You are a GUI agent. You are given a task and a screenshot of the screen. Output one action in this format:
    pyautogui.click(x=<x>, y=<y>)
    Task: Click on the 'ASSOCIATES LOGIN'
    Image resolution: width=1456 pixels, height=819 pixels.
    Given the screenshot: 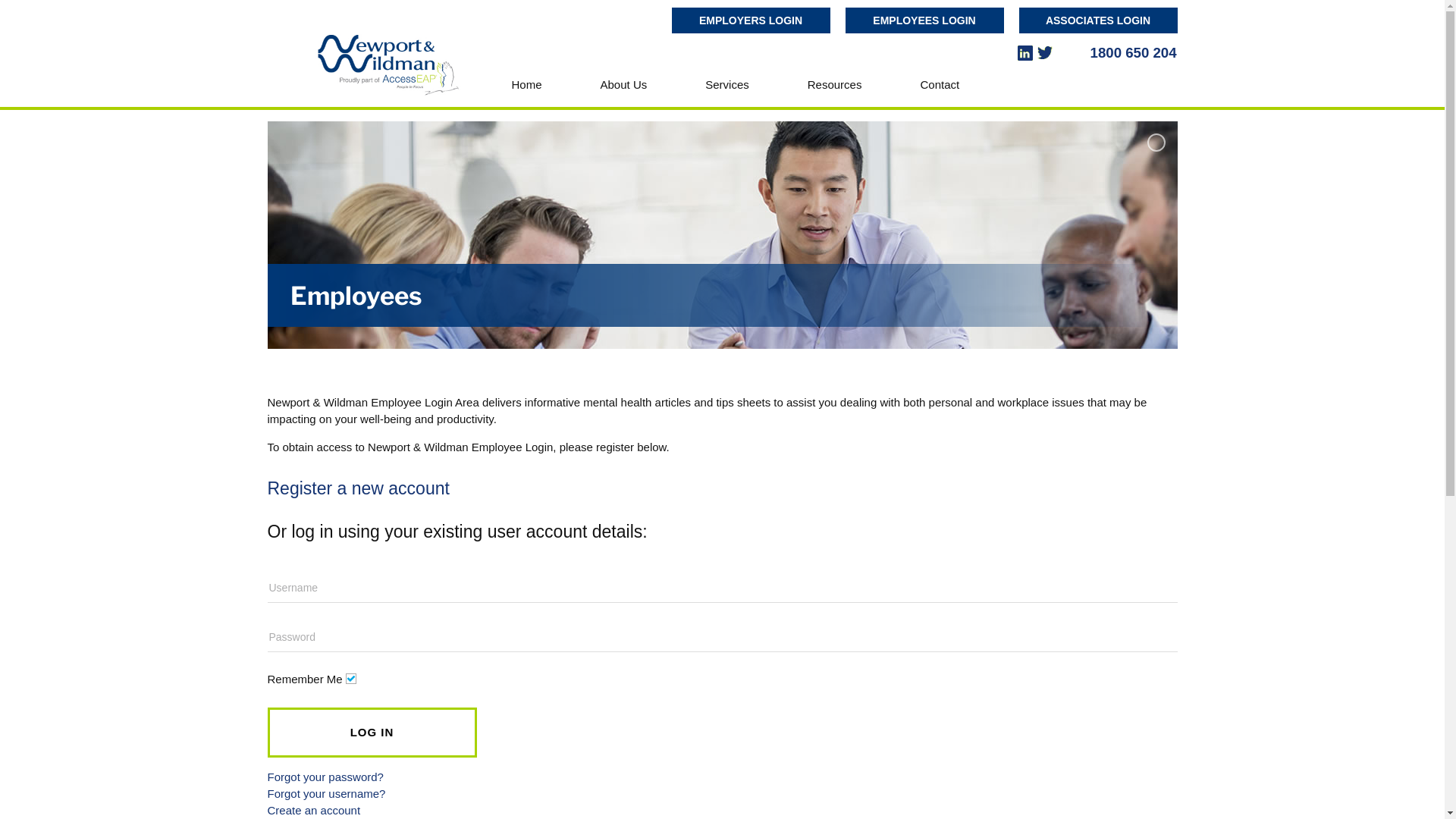 What is the action you would take?
    pyautogui.click(x=1098, y=20)
    